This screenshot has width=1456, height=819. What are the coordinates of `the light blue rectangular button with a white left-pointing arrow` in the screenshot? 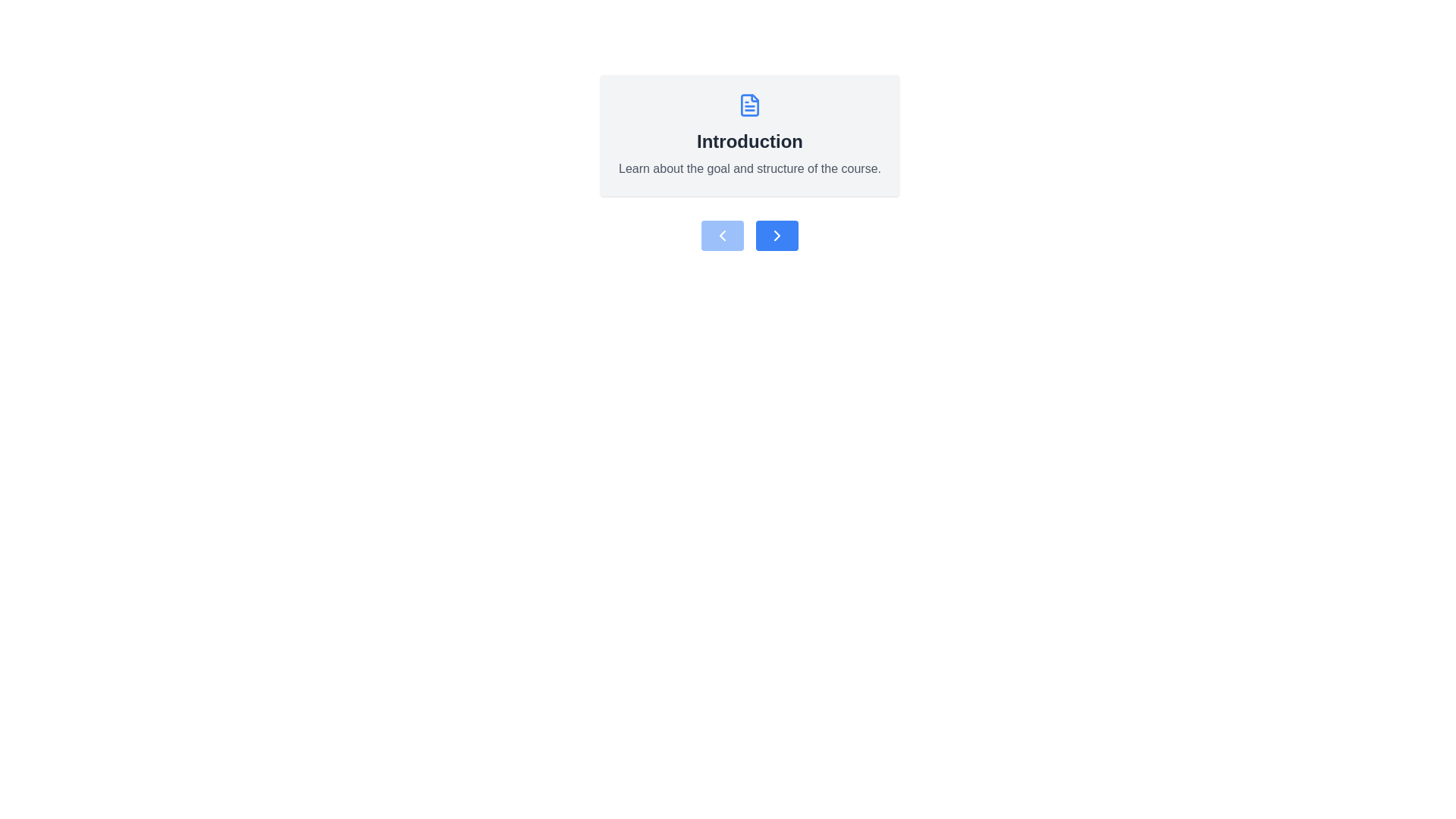 It's located at (722, 236).